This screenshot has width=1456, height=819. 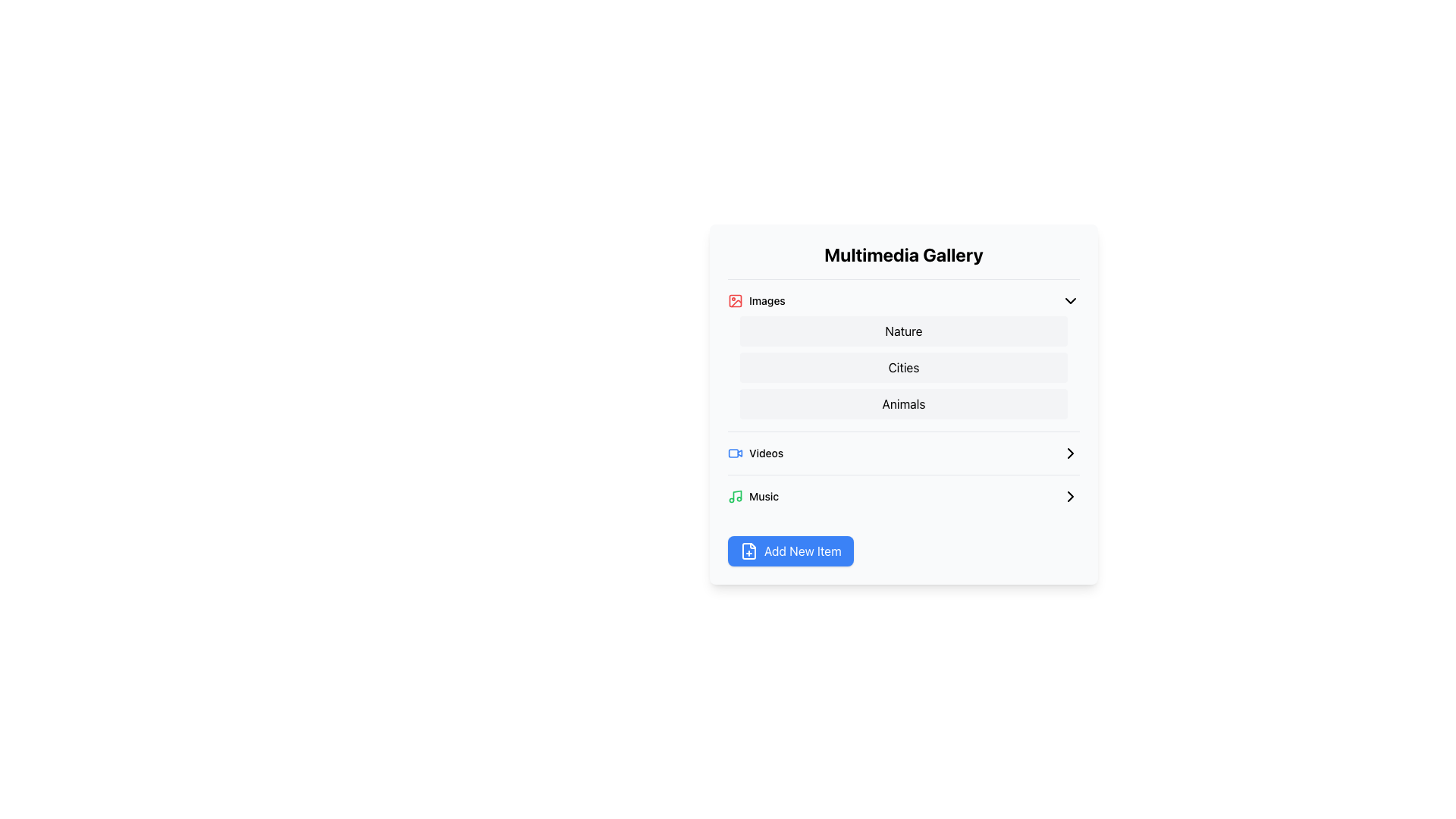 I want to click on the 'Cities' option in the Dropdown menu located beneath the 'Multimedia Gallery' title, which includes 'Images' as a section header, so click(x=903, y=355).